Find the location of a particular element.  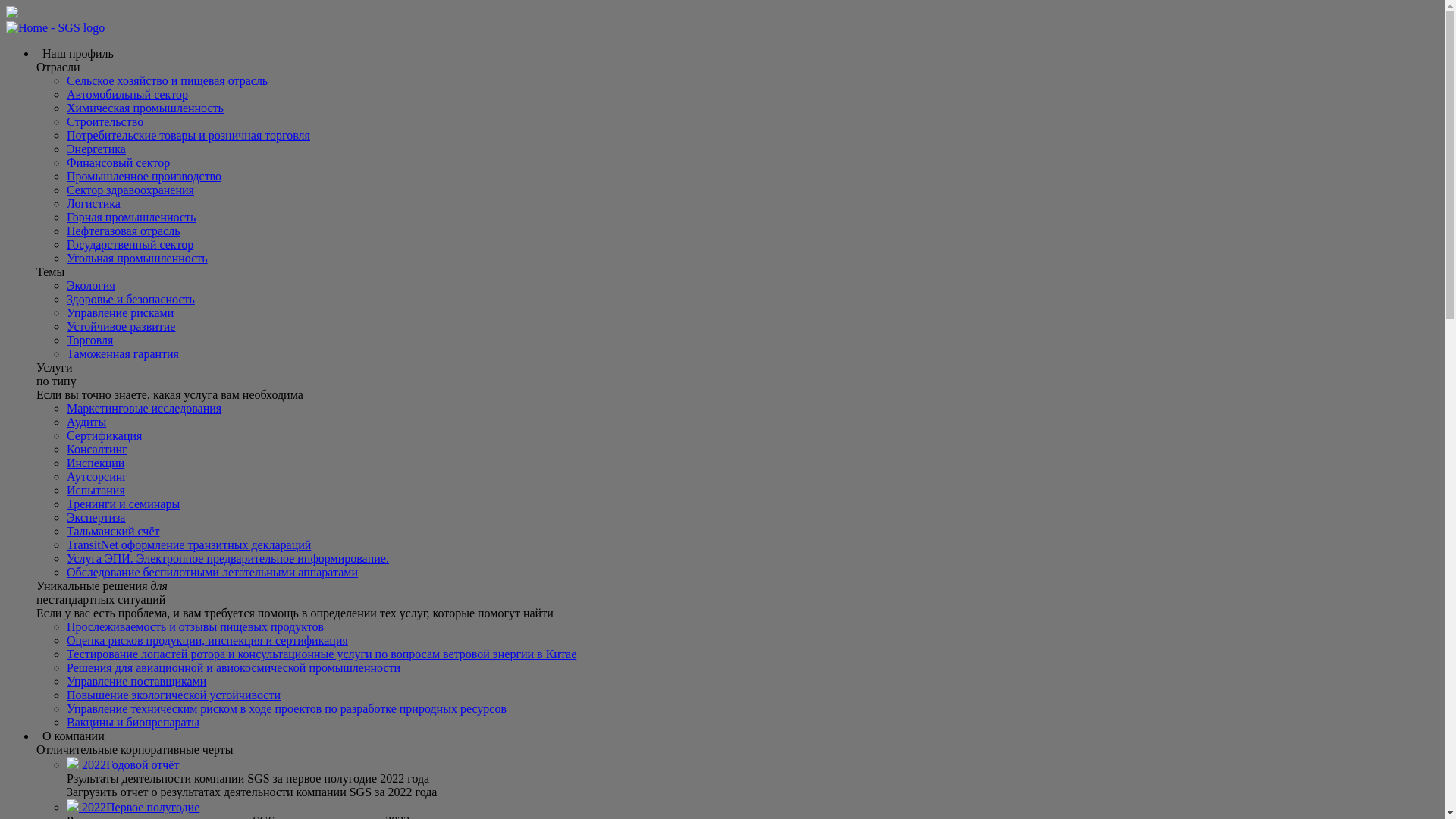

'Home - SGS logo' is located at coordinates (55, 28).